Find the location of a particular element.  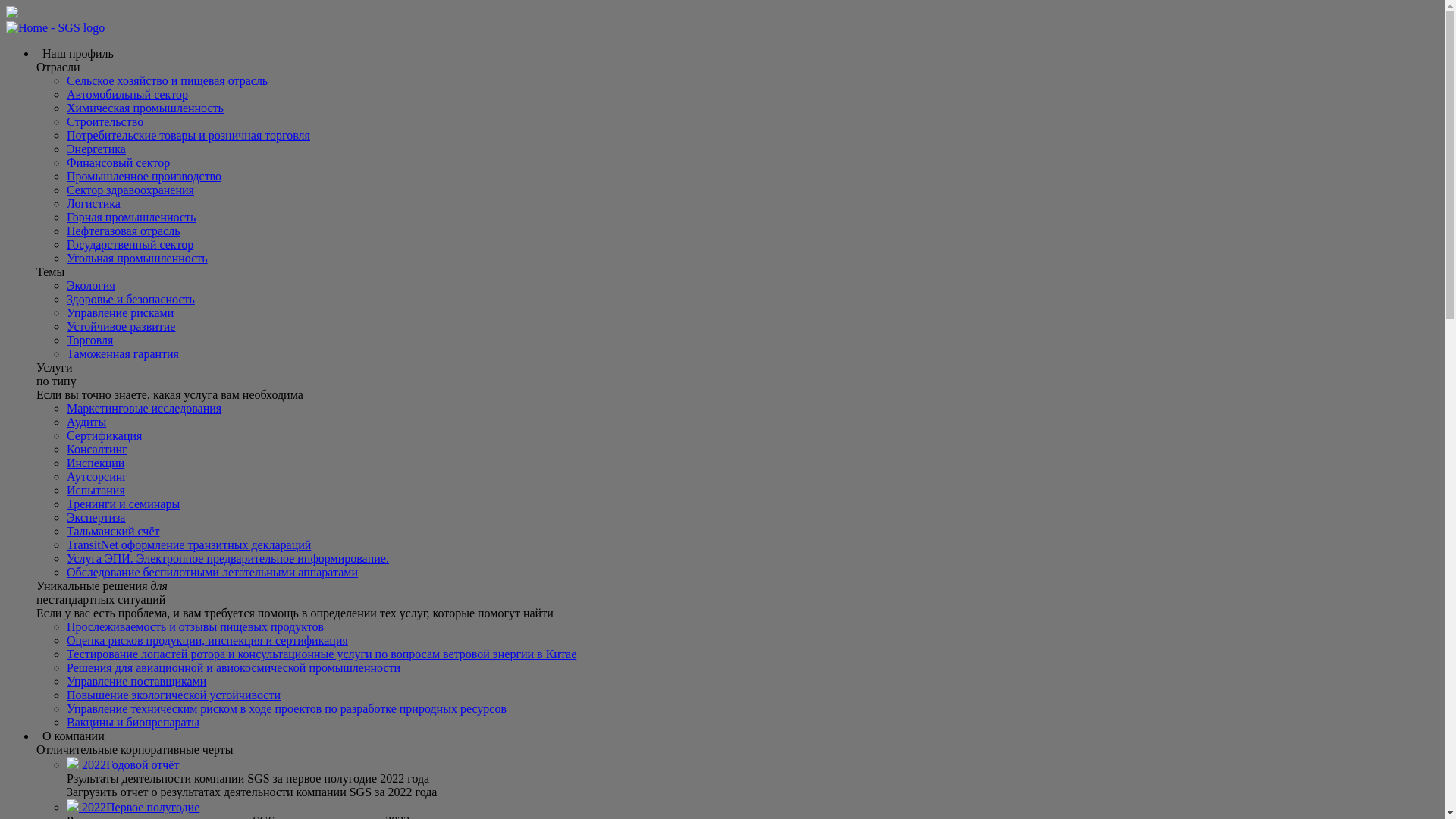

'Home - SGS logo' is located at coordinates (55, 28).